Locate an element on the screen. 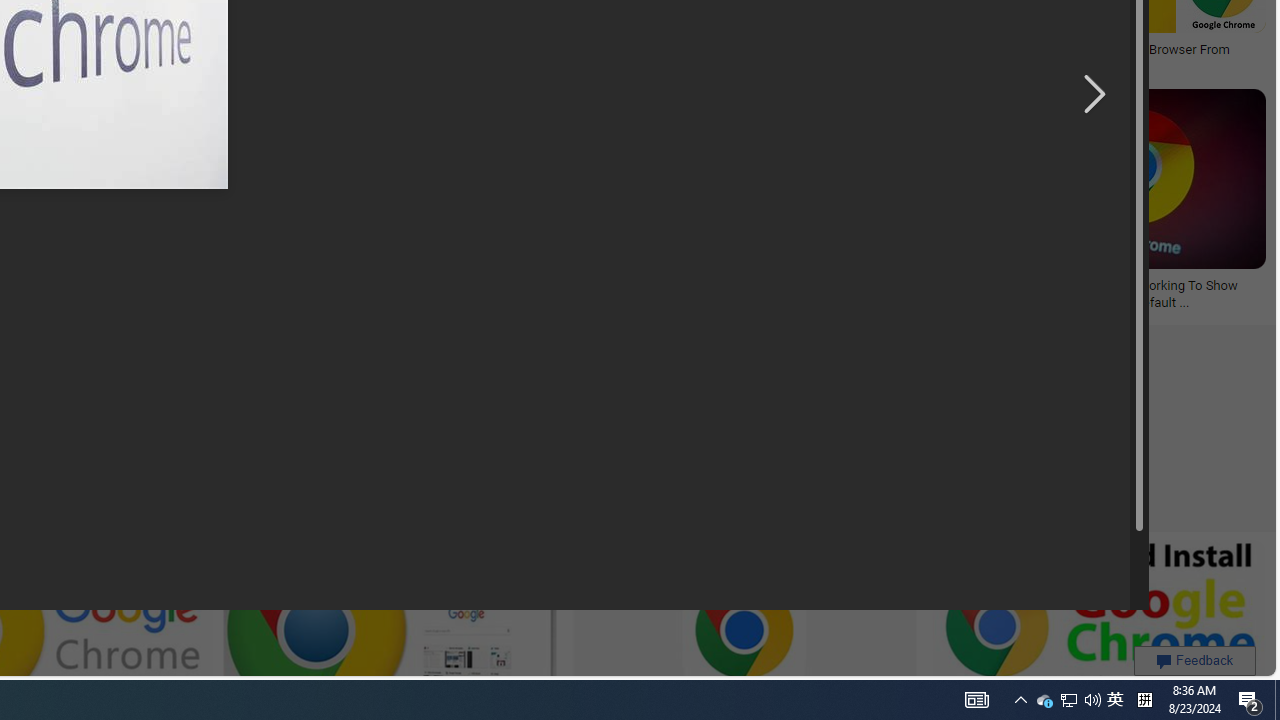 The height and width of the screenshot is (720, 1280). 'Feedback' is located at coordinates (1194, 660).